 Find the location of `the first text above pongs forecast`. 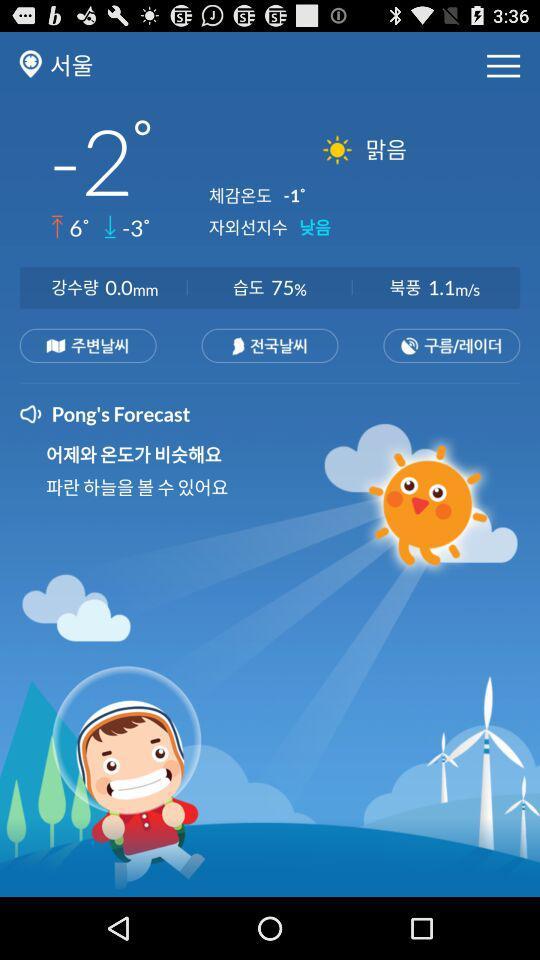

the first text above pongs forecast is located at coordinates (87, 345).